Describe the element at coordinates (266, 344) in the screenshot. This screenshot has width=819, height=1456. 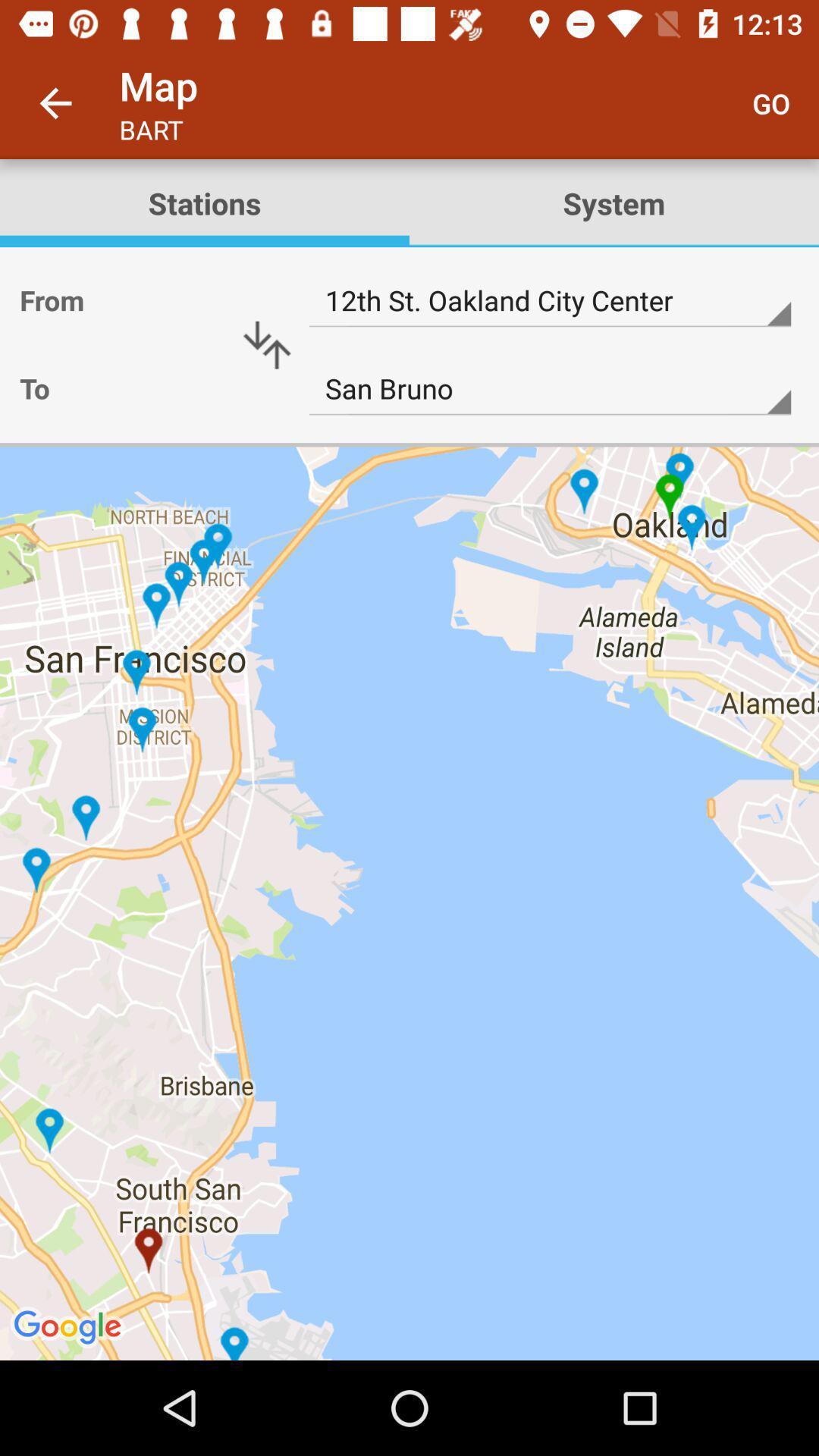
I see `up or down arrow` at that location.